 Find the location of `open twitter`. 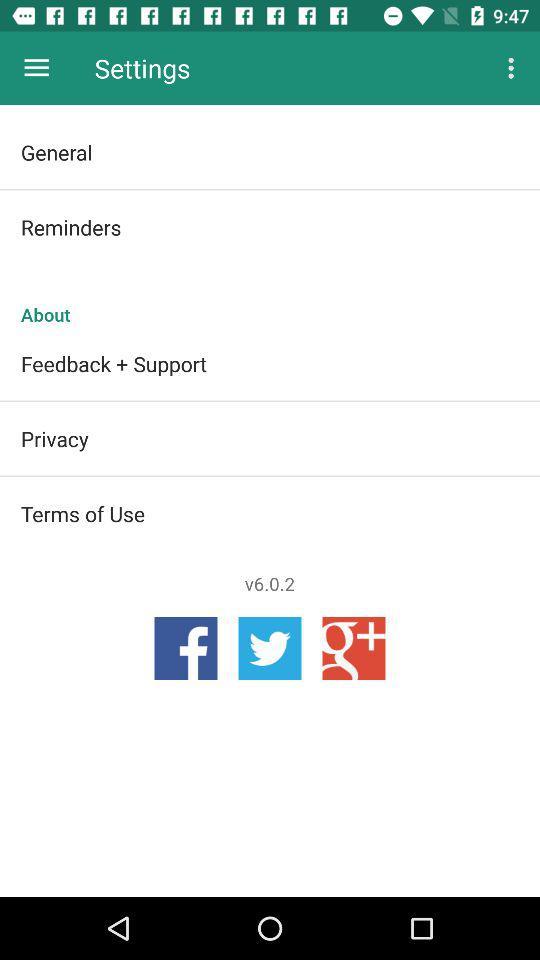

open twitter is located at coordinates (270, 647).